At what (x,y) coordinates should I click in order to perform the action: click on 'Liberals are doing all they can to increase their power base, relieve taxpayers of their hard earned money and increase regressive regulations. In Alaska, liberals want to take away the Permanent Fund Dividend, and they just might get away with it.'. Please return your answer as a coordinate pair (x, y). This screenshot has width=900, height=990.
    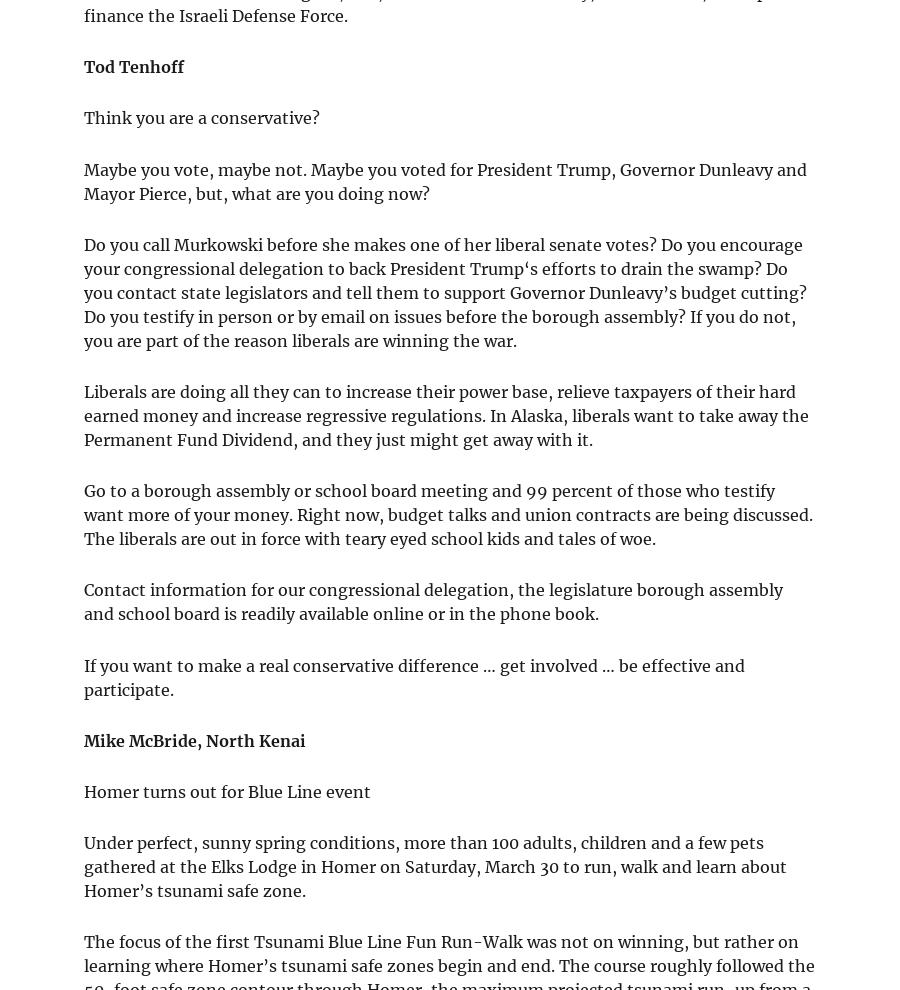
    Looking at the image, I should click on (446, 414).